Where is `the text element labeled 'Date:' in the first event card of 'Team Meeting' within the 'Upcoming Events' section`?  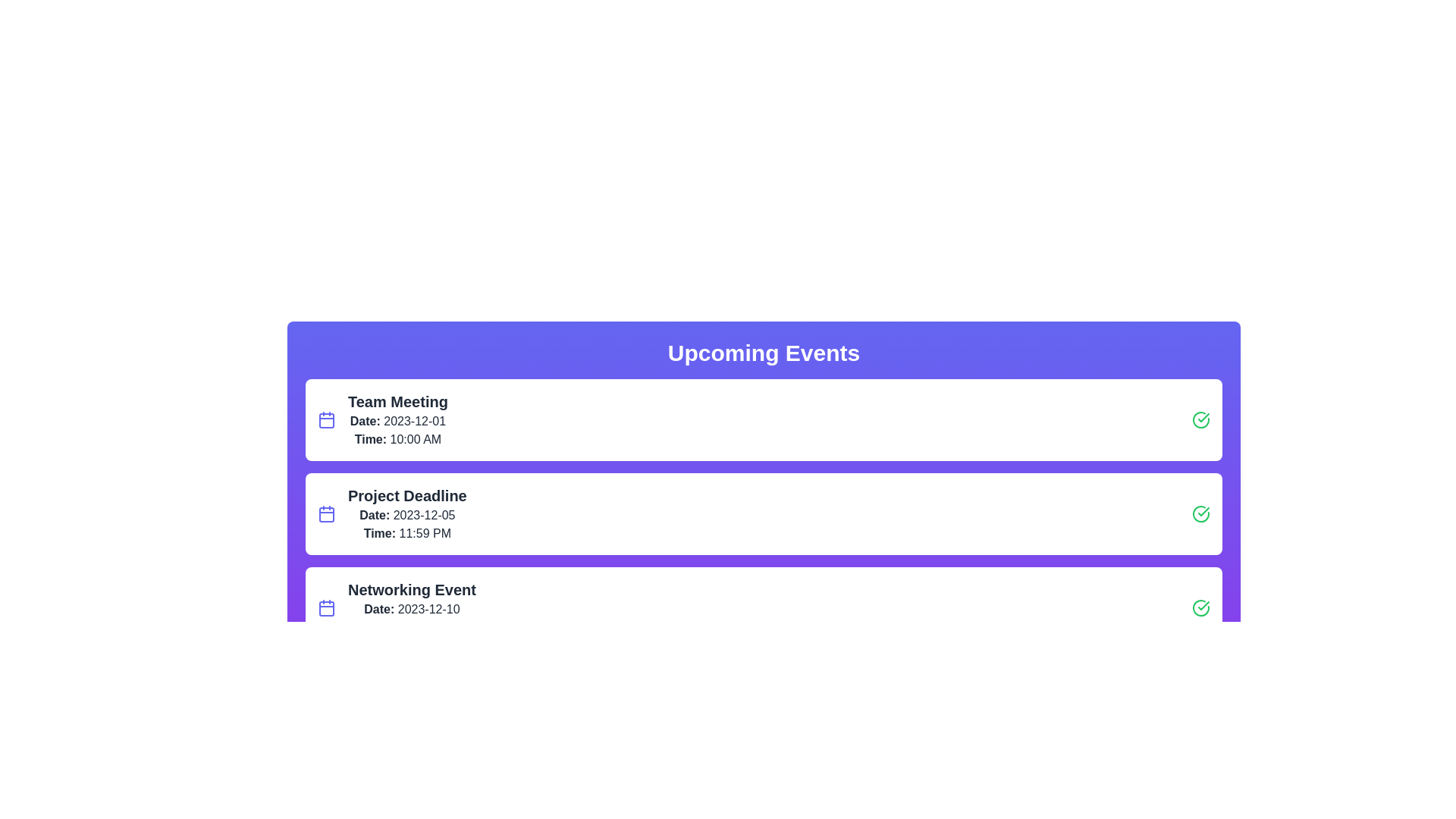 the text element labeled 'Date:' in the first event card of 'Team Meeting' within the 'Upcoming Events' section is located at coordinates (365, 421).